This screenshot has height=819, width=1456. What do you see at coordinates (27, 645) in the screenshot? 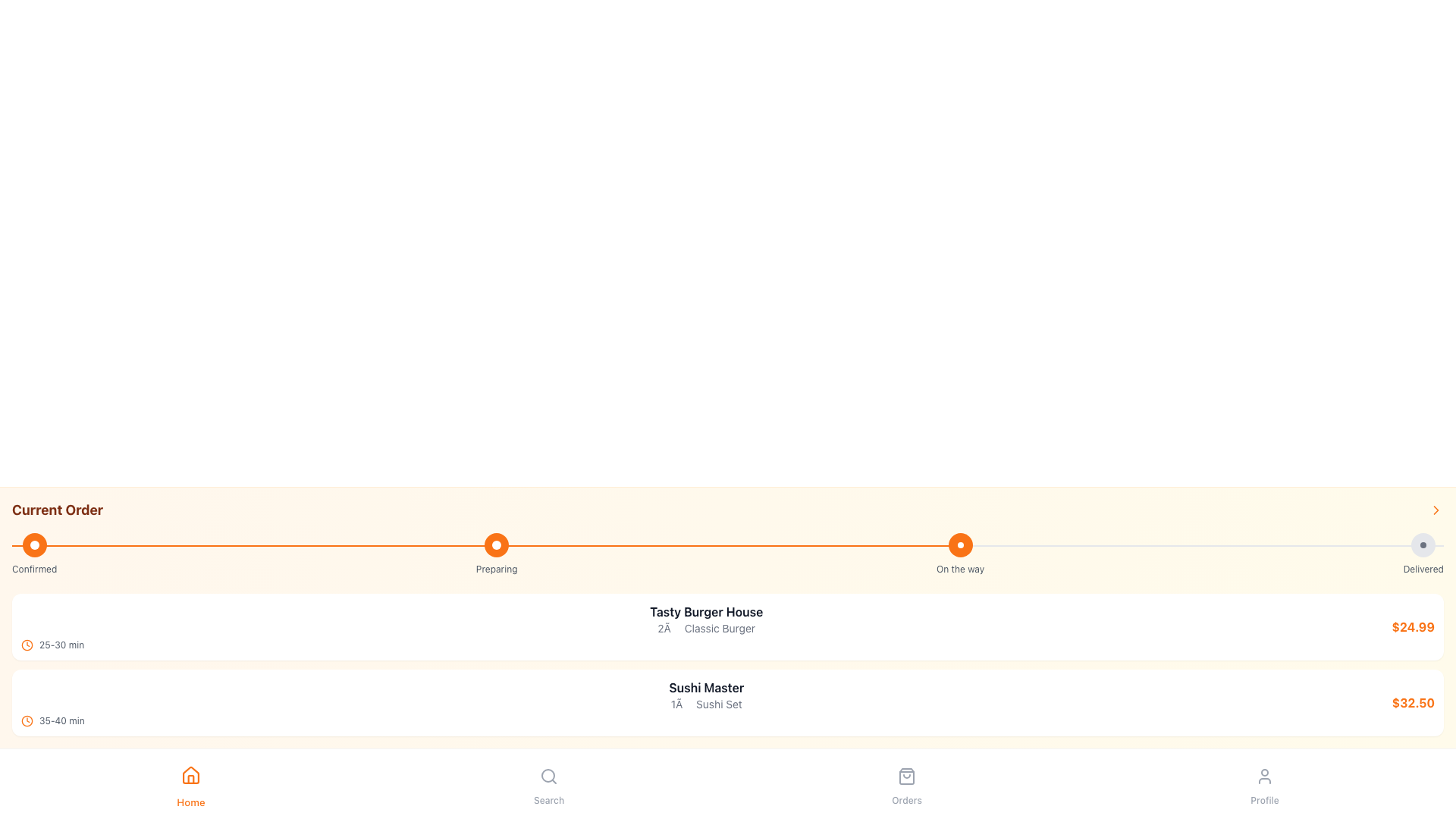
I see `the circular shape of the Circle element within the SVG clock icon, which is part of a horizontal layout next to a text element displaying a duration` at bounding box center [27, 645].